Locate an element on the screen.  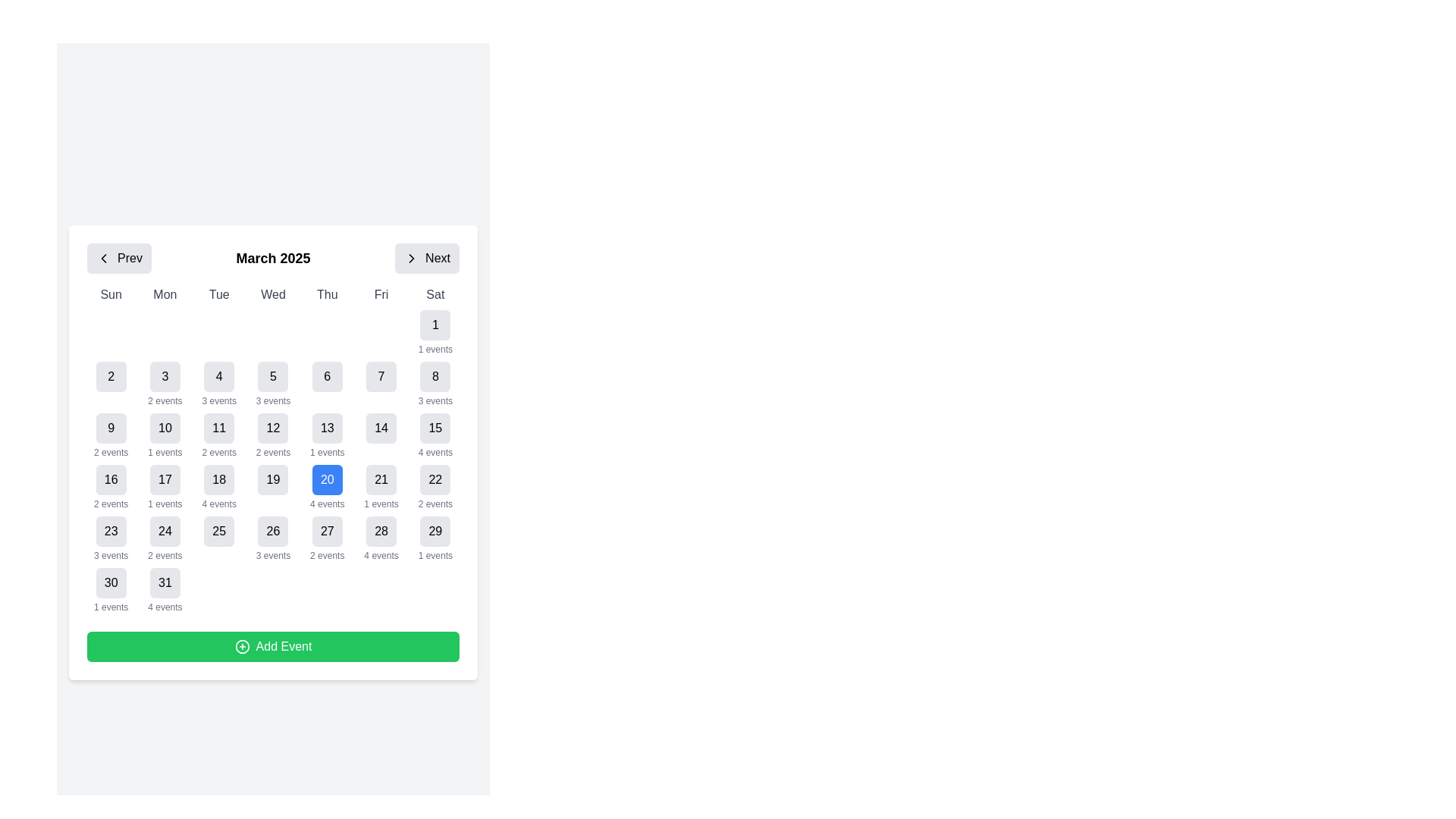
the calendar day button marked with the number '25' is located at coordinates (218, 531).